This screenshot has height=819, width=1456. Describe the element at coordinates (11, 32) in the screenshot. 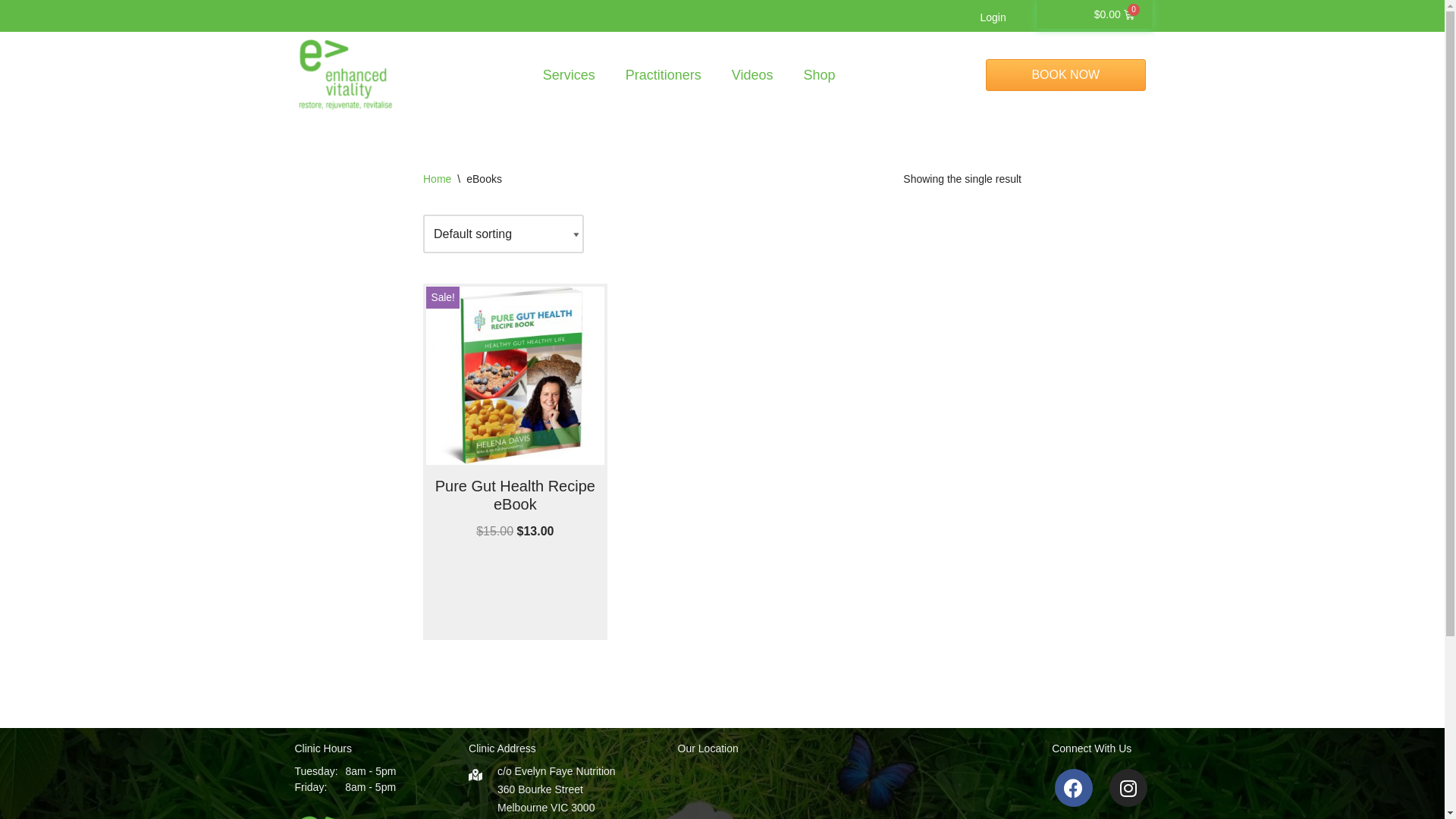

I see `'Skip to content'` at that location.